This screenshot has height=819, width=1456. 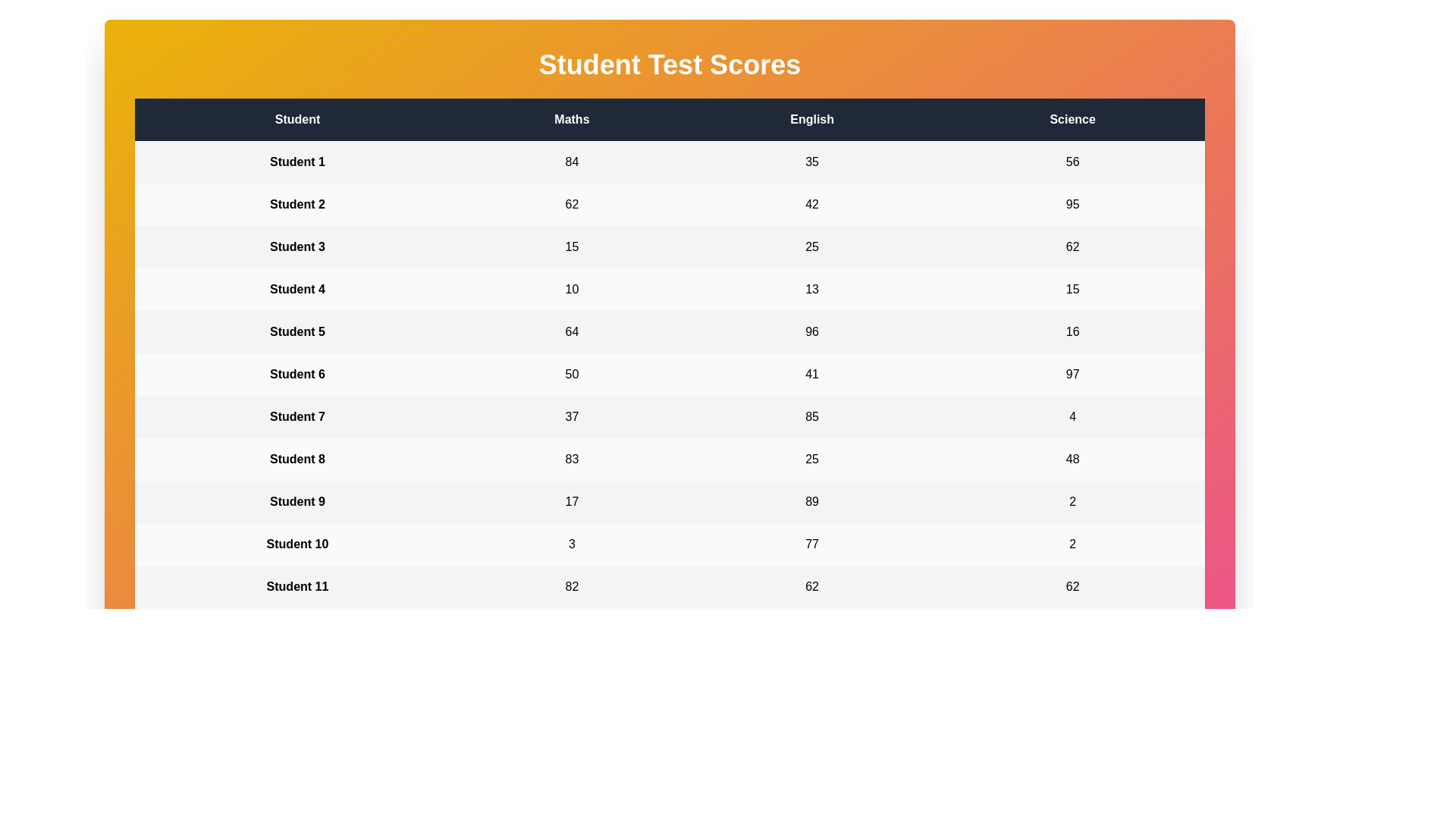 I want to click on the Student header to sort the column, so click(x=297, y=119).